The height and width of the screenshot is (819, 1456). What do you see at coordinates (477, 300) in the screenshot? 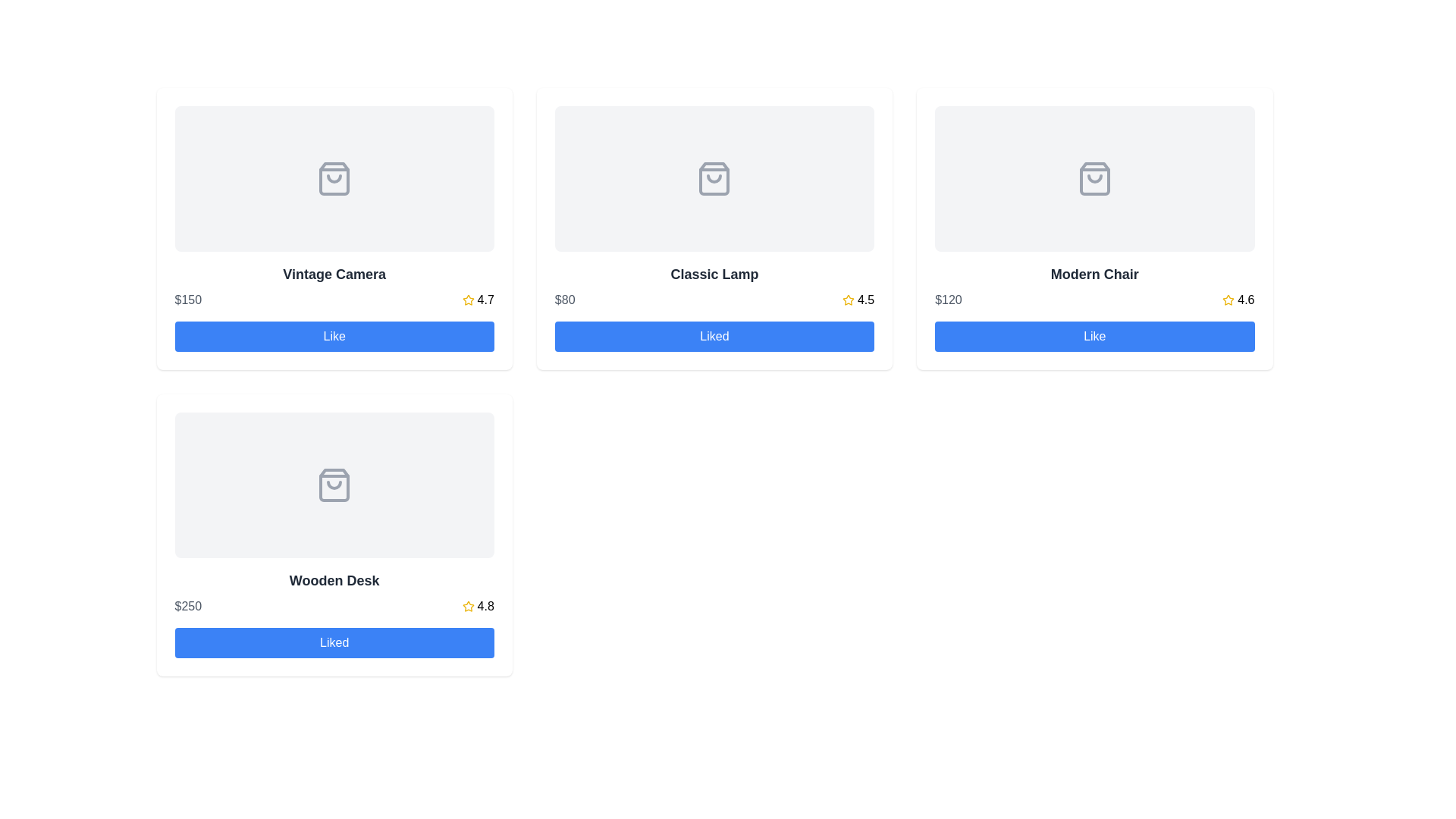
I see `the rating display component consisting of a yellow star icon and the text '4.7', located at the top-right corner of the 'Vintage Camera' card` at bounding box center [477, 300].